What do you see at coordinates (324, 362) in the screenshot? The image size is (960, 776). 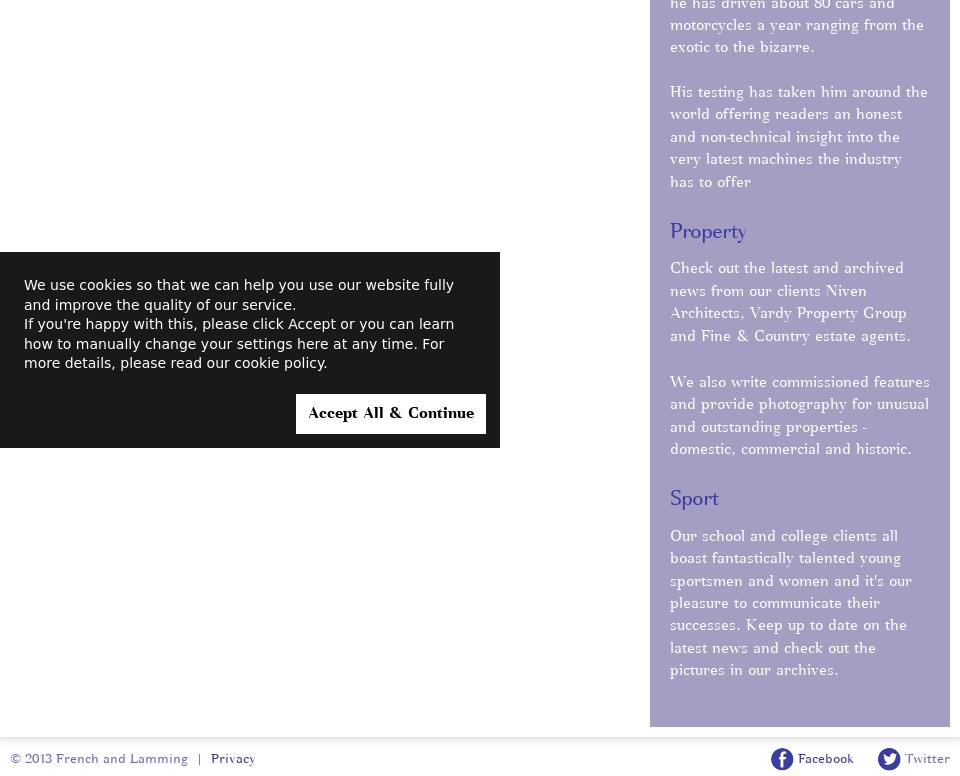 I see `'.'` at bounding box center [324, 362].